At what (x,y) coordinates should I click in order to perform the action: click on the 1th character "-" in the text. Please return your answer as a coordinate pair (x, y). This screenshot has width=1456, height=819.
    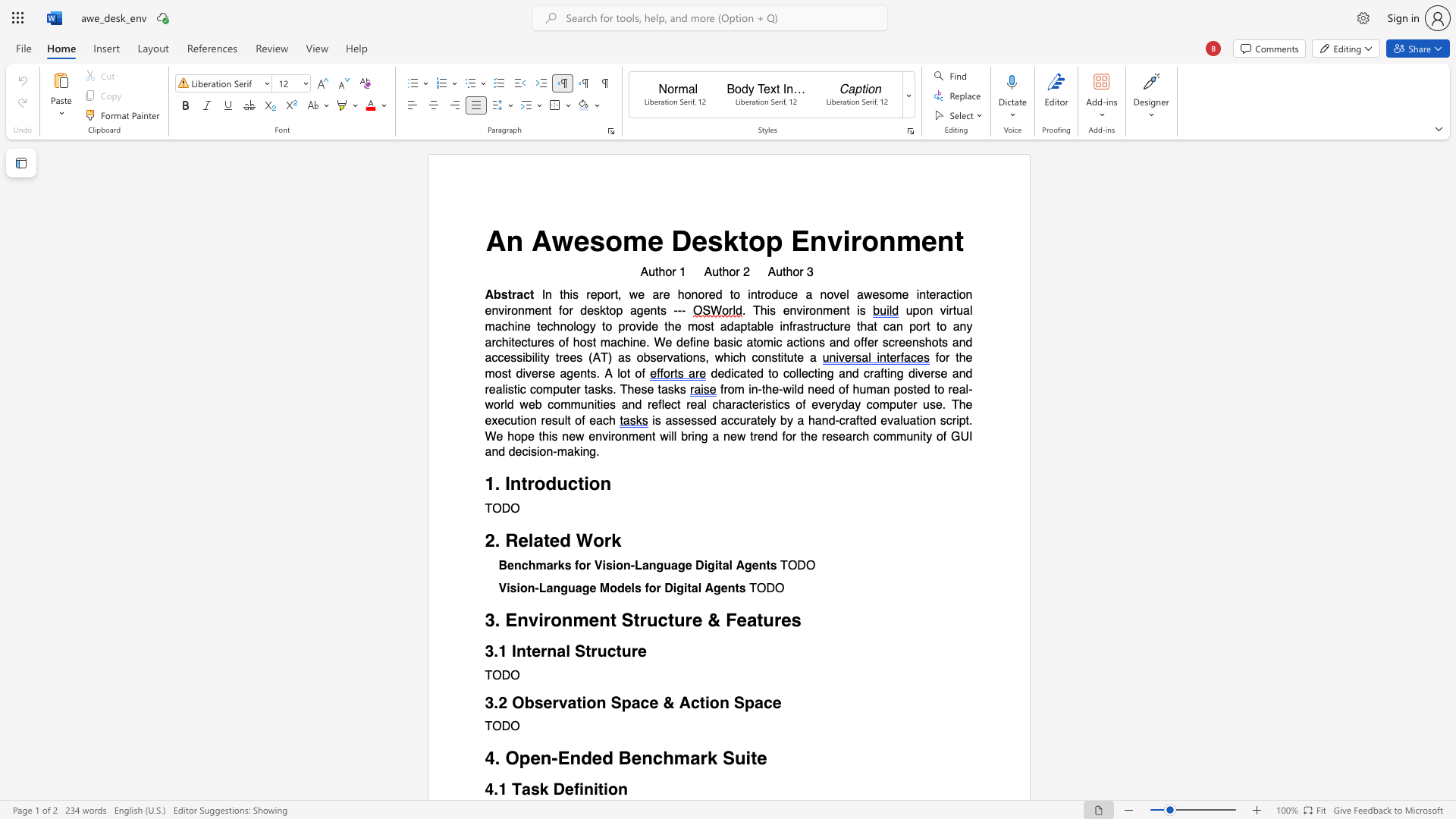
    Looking at the image, I should click on (836, 421).